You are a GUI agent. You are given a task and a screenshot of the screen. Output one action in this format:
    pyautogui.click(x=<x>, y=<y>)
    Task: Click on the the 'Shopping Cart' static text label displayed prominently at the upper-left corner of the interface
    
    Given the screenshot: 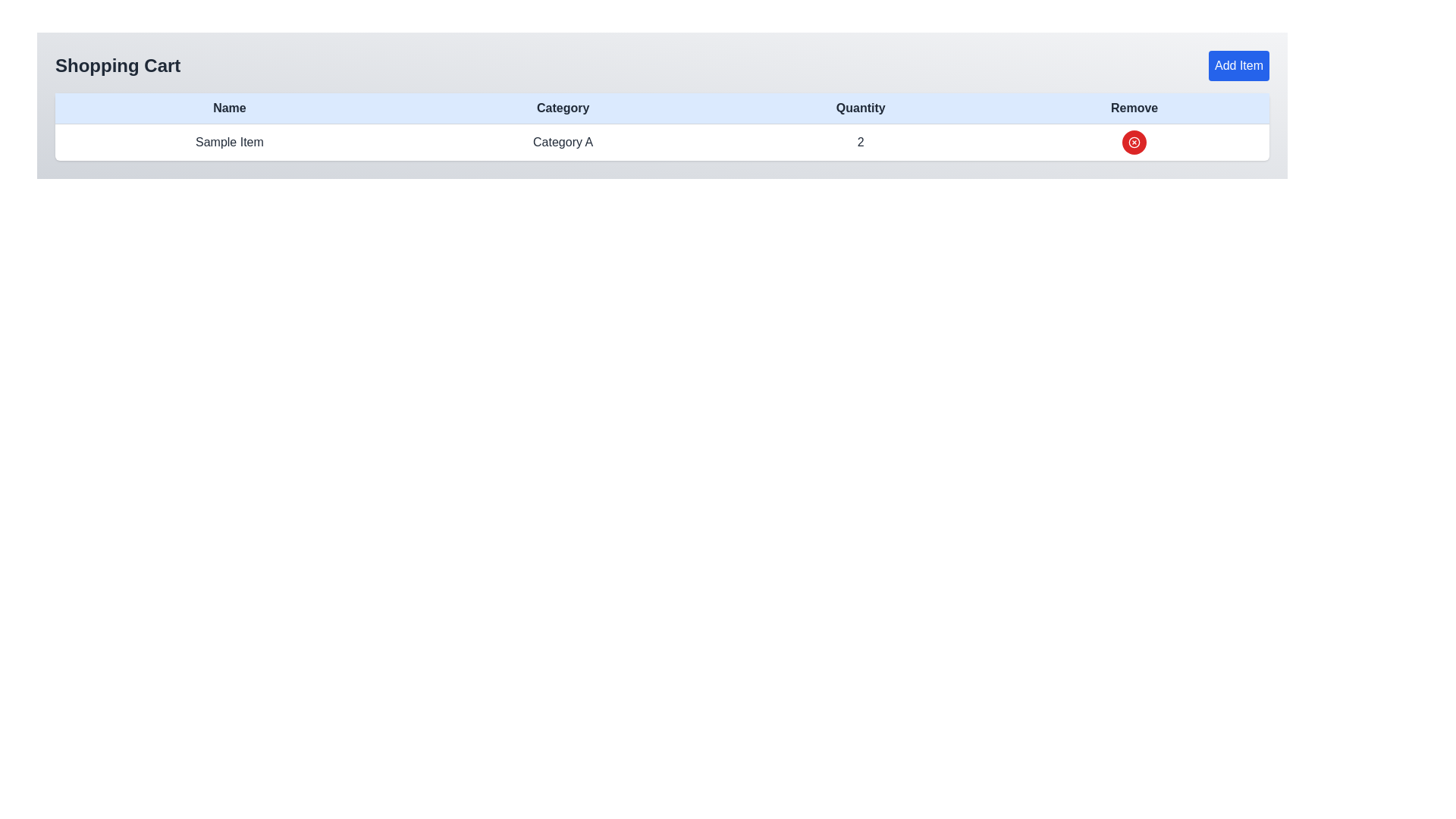 What is the action you would take?
    pyautogui.click(x=117, y=65)
    